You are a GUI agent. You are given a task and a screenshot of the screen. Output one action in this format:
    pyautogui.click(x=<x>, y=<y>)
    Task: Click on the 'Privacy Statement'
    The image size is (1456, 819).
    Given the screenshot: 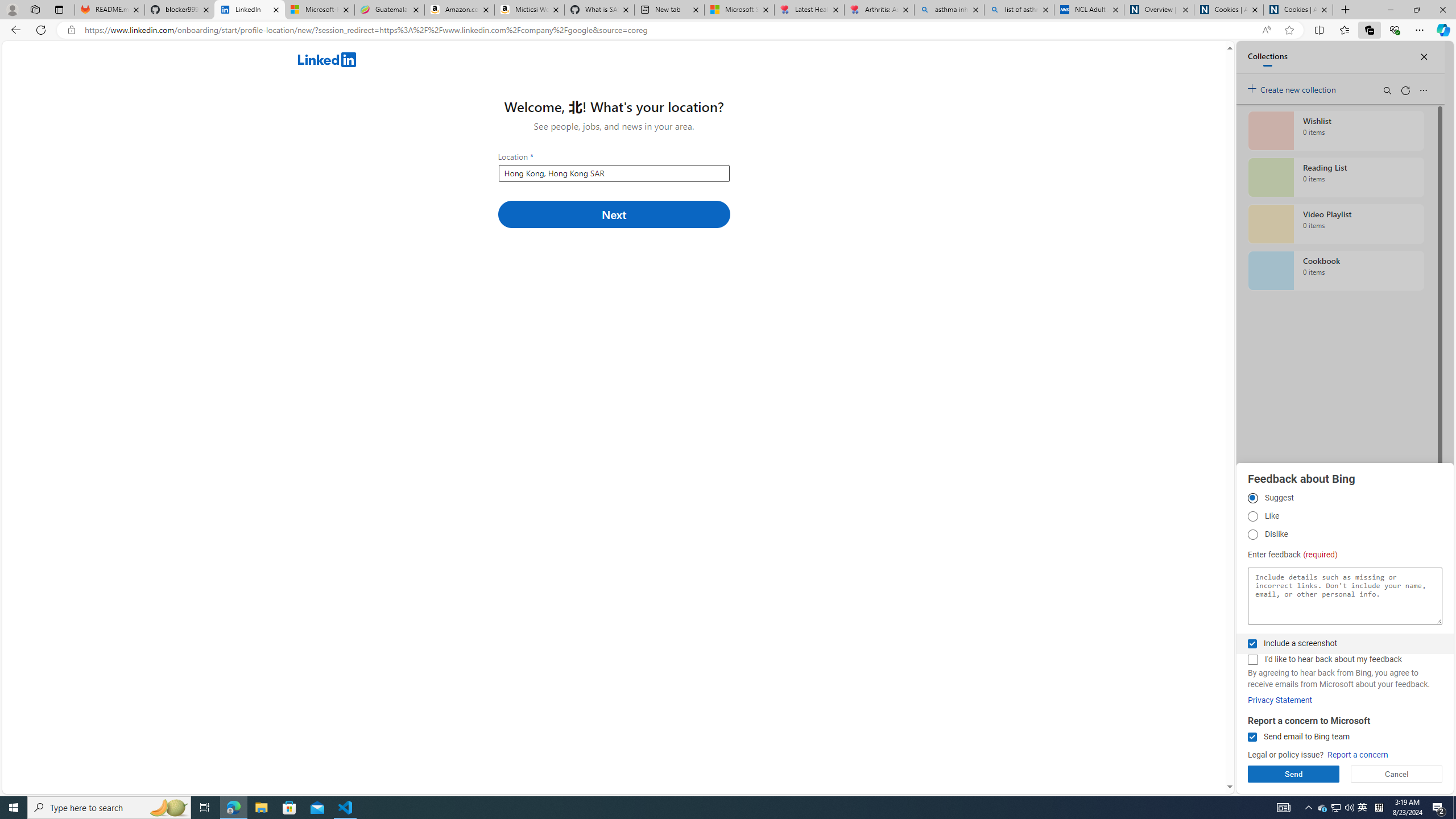 What is the action you would take?
    pyautogui.click(x=1280, y=700)
    